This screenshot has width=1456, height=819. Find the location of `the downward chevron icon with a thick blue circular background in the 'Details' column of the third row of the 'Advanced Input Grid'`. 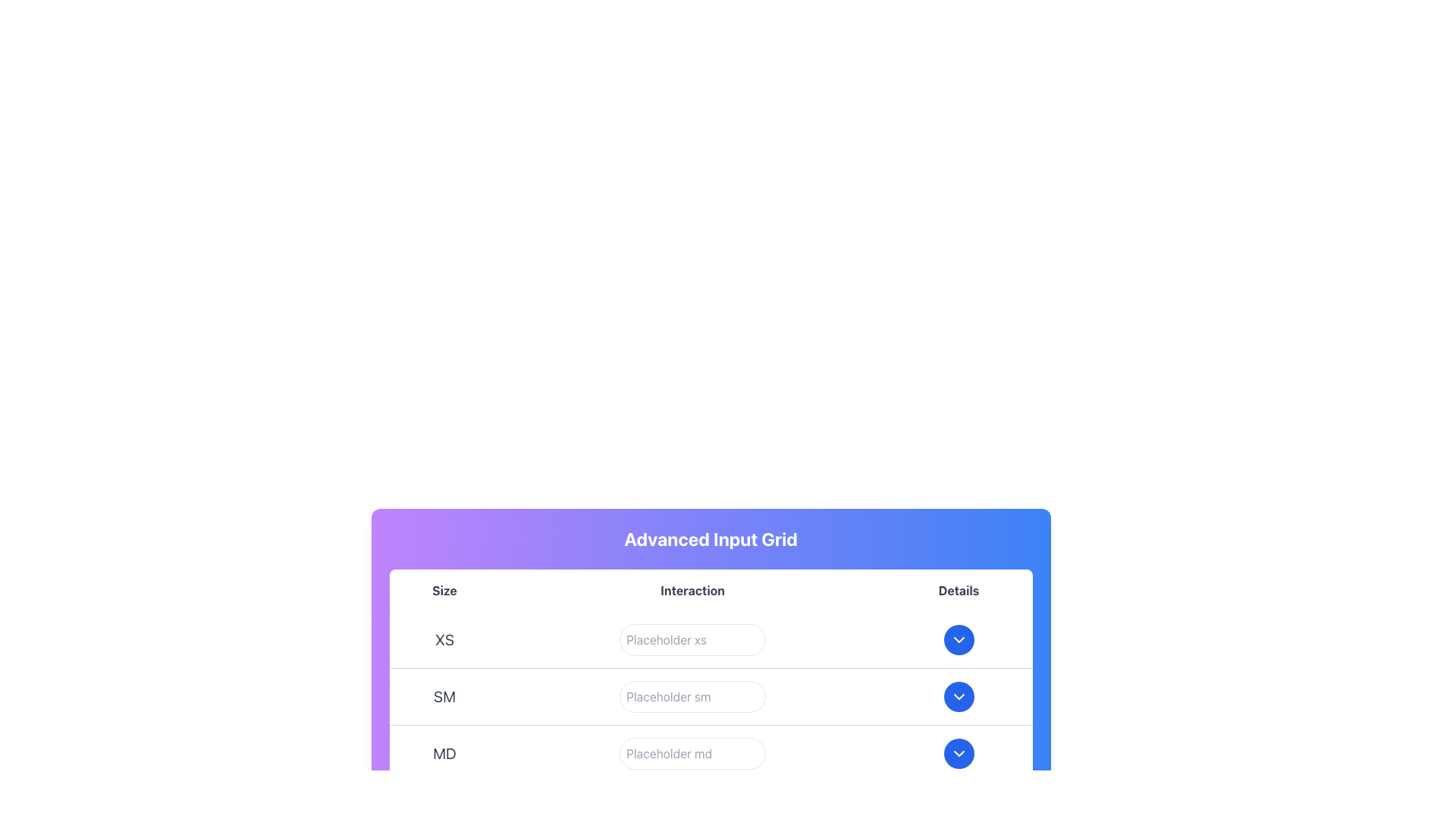

the downward chevron icon with a thick blue circular background in the 'Details' column of the third row of the 'Advanced Input Grid' is located at coordinates (958, 754).